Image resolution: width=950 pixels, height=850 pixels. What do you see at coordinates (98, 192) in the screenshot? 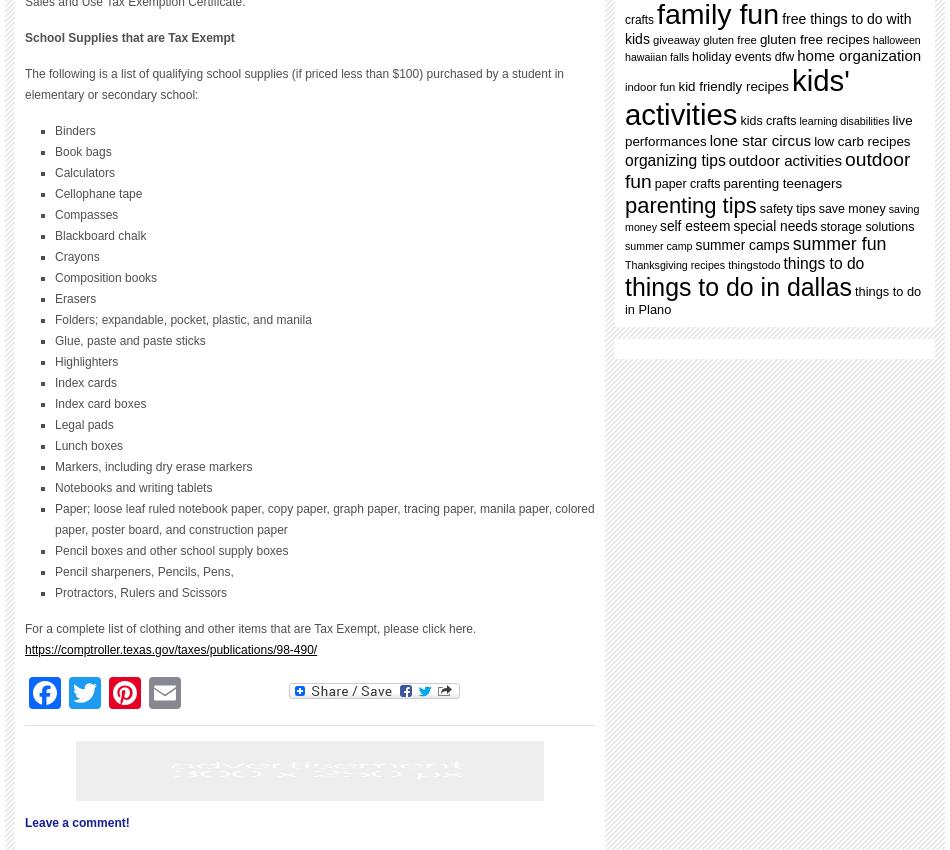
I see `'Cellophane tape'` at bounding box center [98, 192].